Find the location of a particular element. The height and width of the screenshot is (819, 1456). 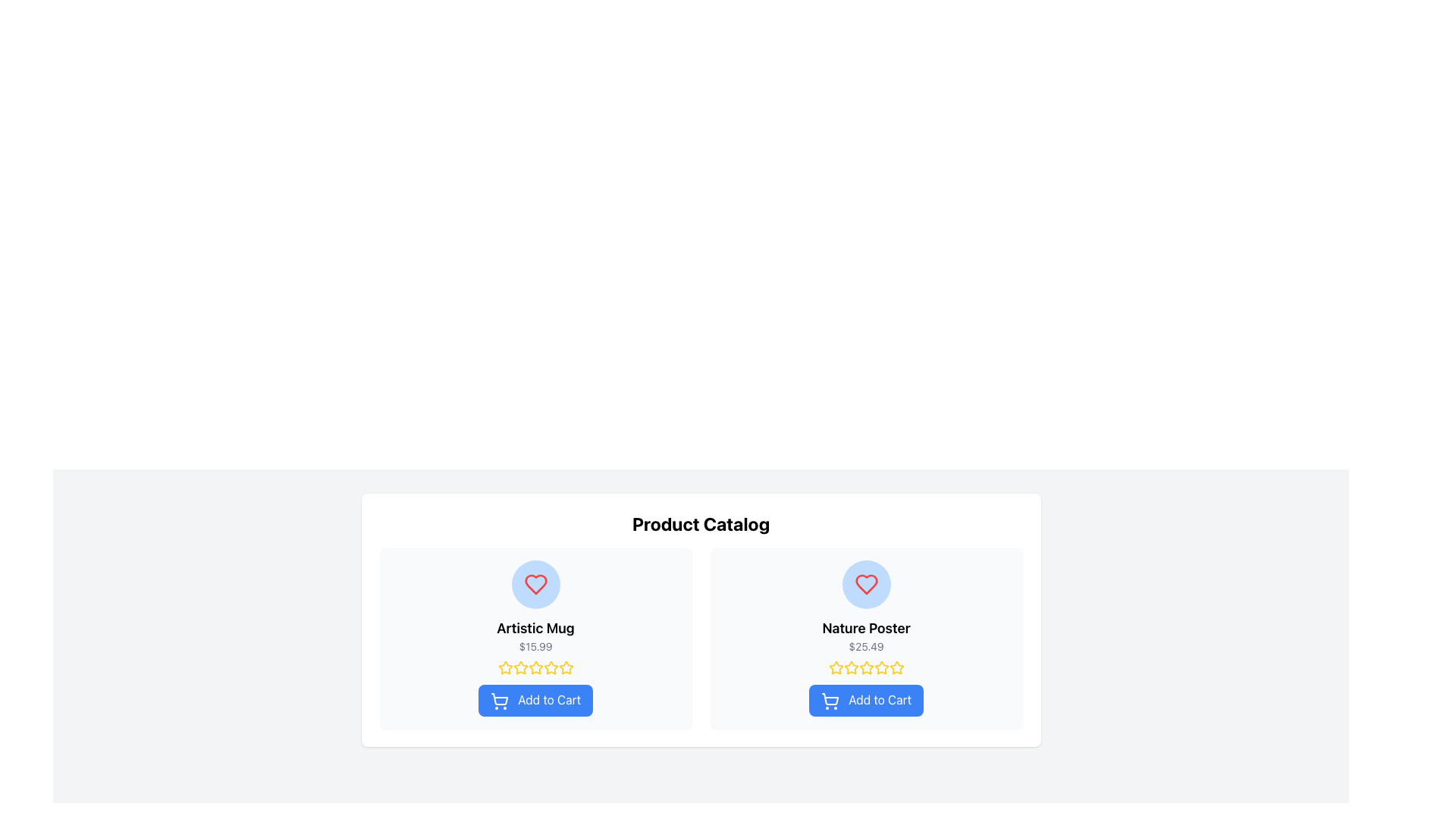

the yellow star icon located in the second product card (Nature Poster), positioned below the product price and in the middle of the rating stars is located at coordinates (835, 667).